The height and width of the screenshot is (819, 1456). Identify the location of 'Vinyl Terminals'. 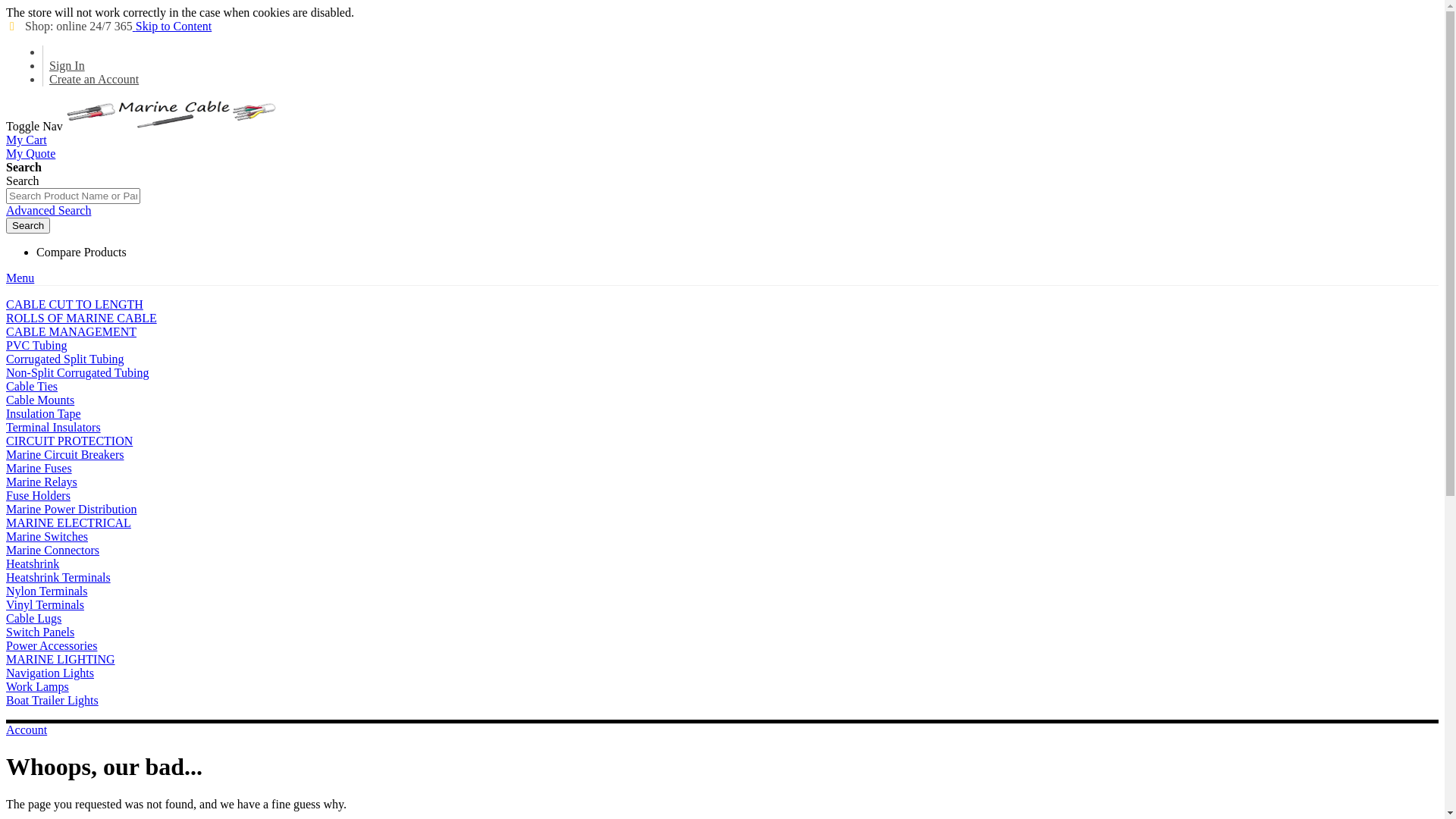
(45, 604).